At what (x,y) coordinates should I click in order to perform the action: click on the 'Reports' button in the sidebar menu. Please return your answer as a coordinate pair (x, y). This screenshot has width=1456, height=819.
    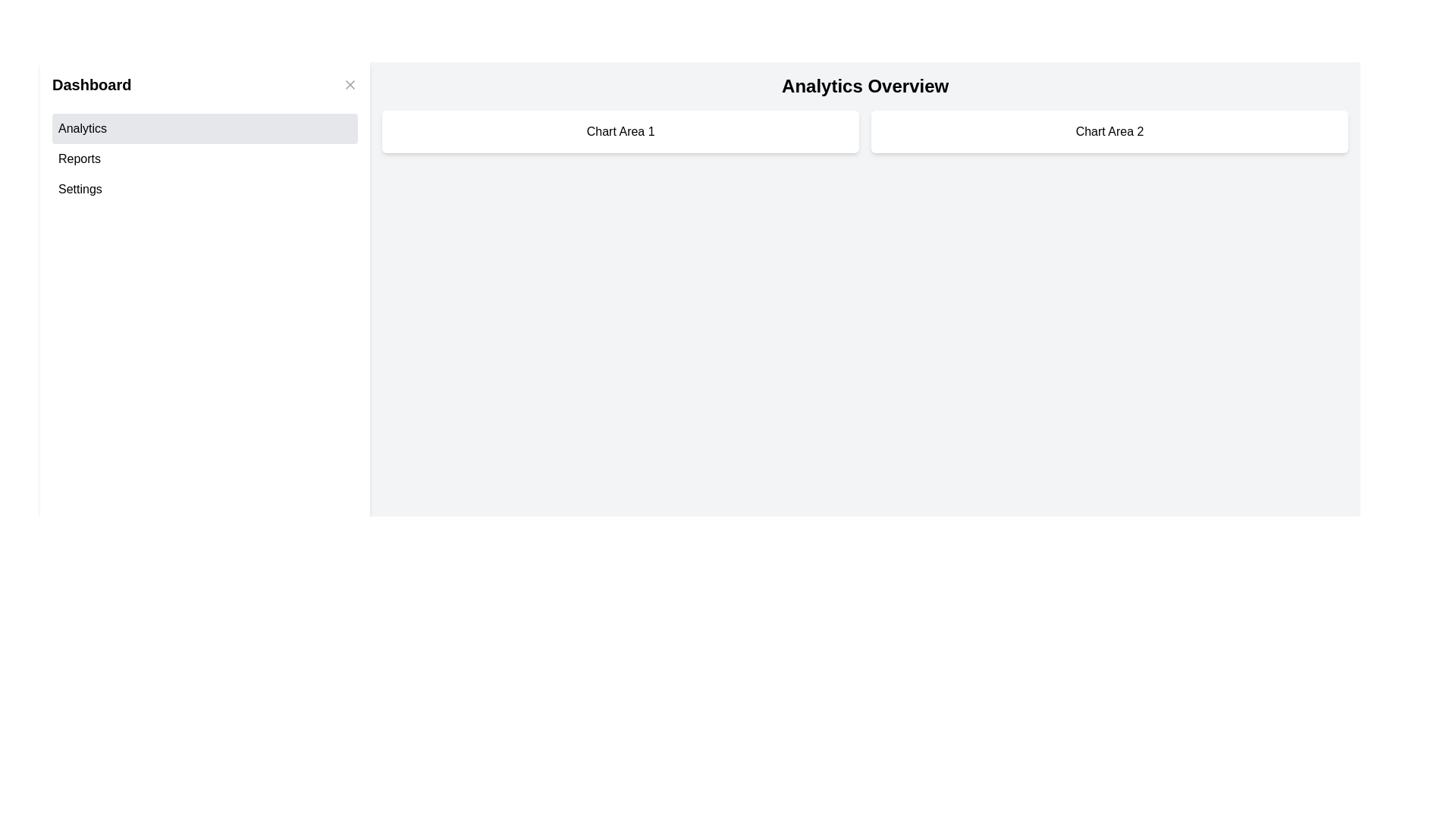
    Looking at the image, I should click on (204, 158).